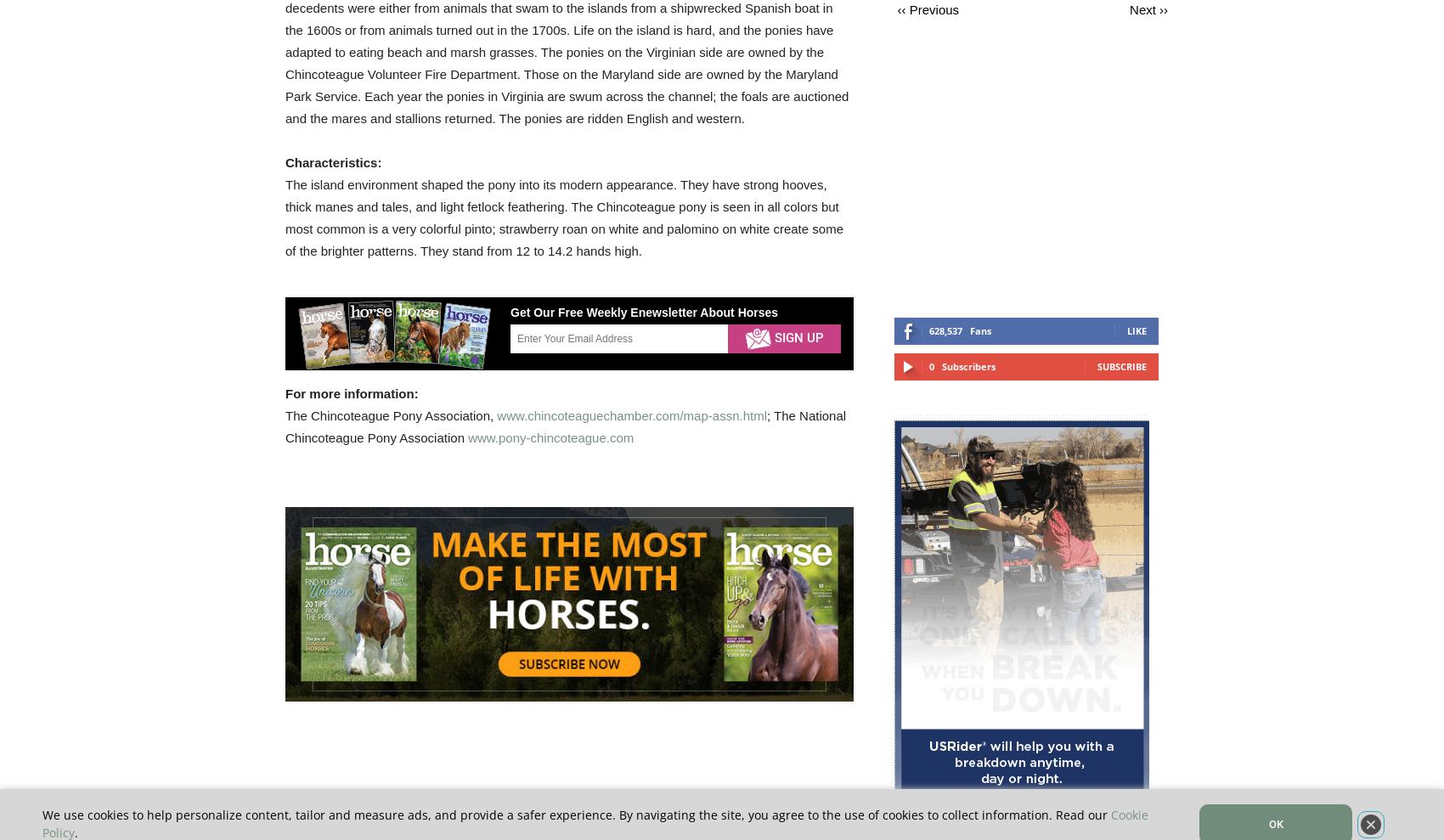 Image resolution: width=1444 pixels, height=840 pixels. What do you see at coordinates (1121, 365) in the screenshot?
I see `'Subscribe'` at bounding box center [1121, 365].